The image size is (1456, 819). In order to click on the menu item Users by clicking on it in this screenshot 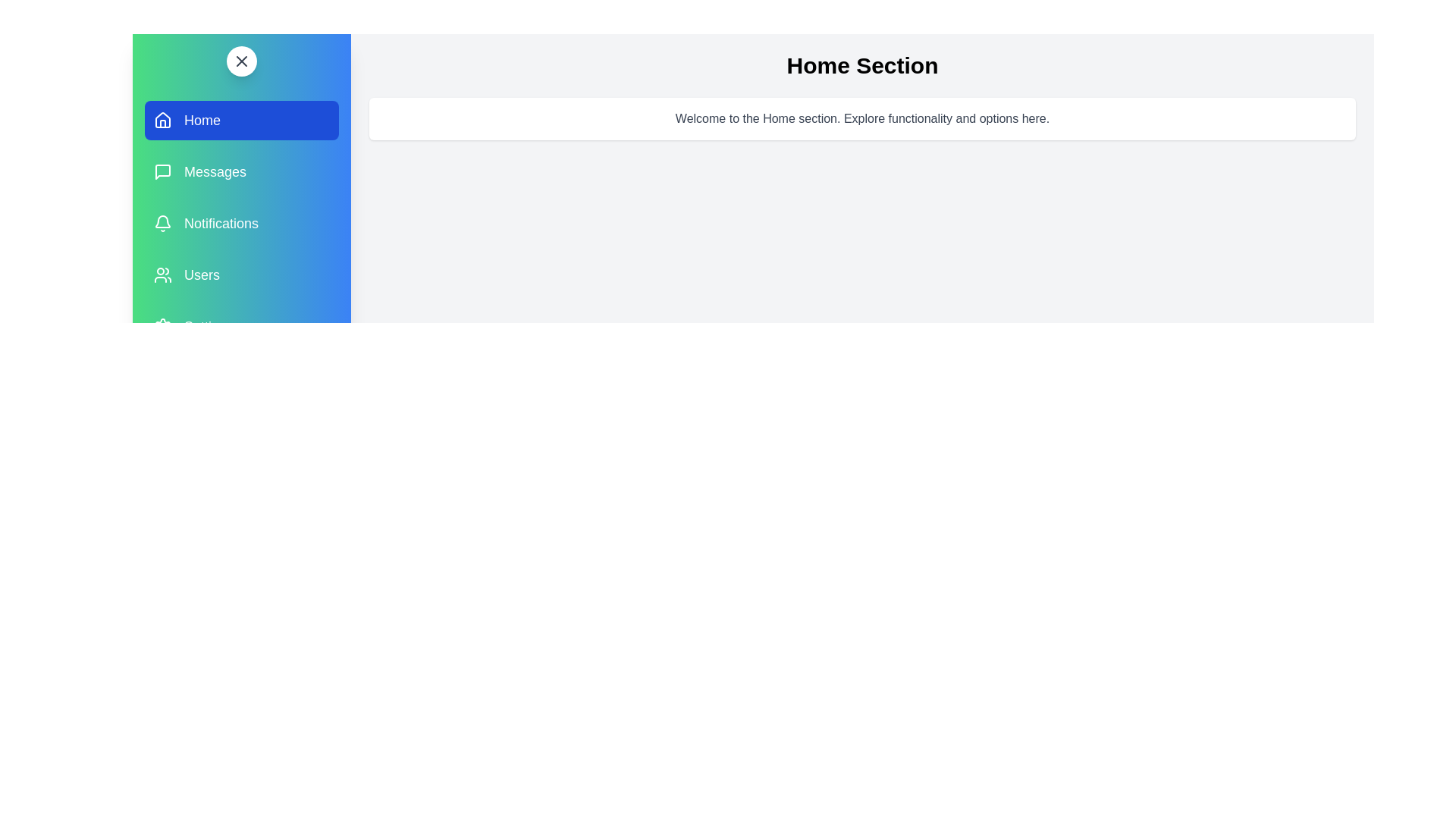, I will do `click(240, 275)`.